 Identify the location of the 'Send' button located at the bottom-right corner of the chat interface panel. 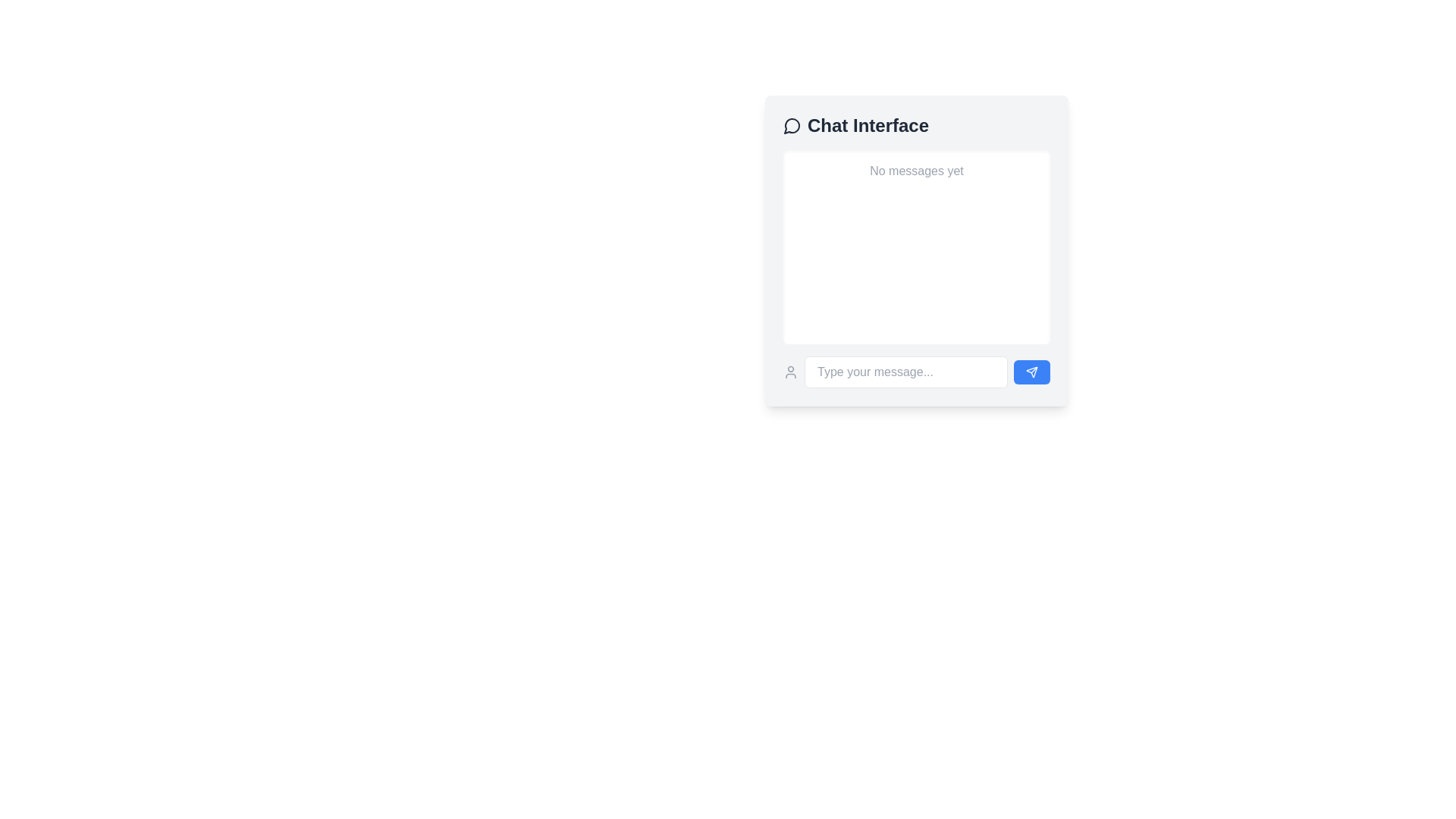
(1031, 372).